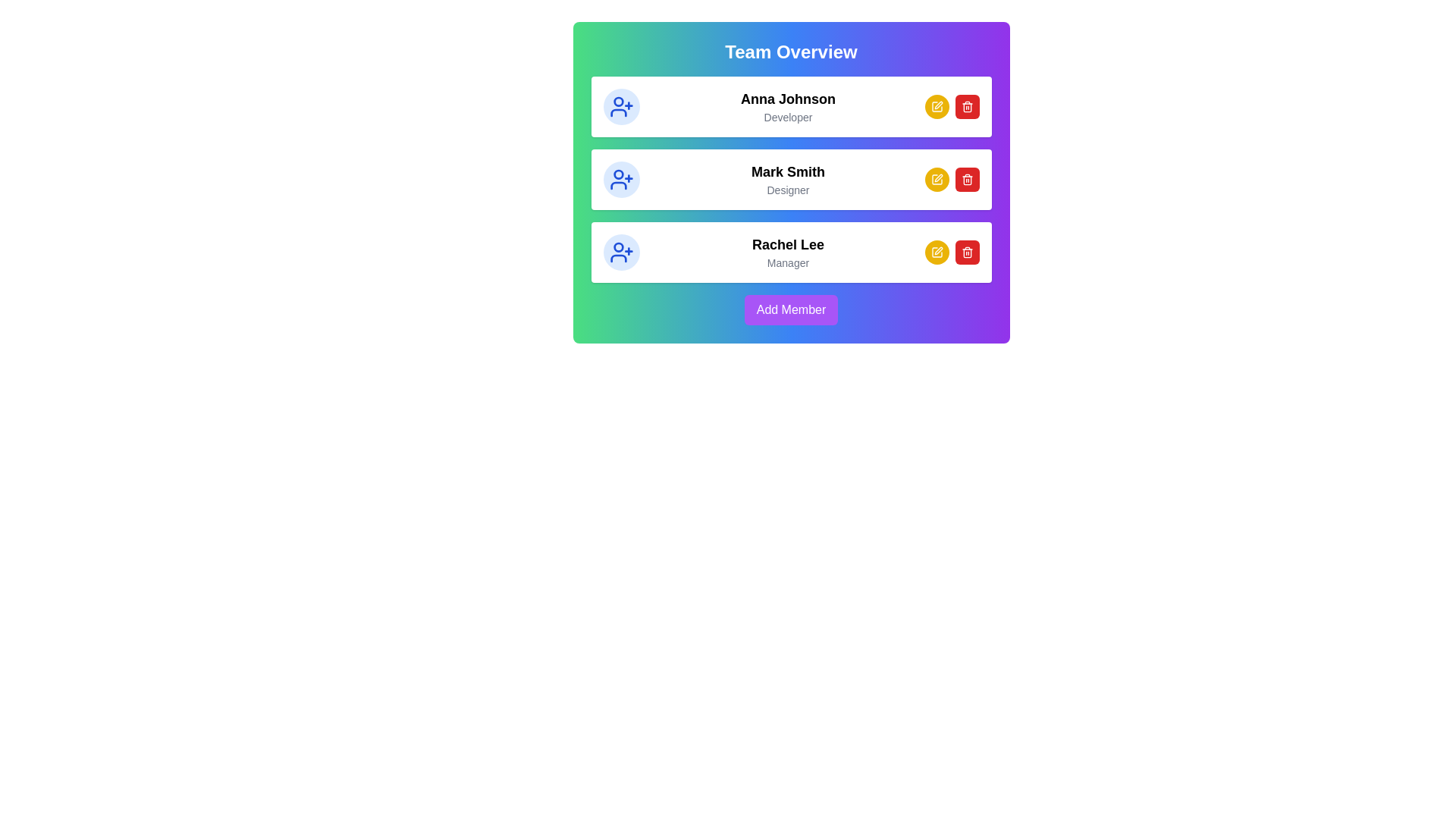  Describe the element at coordinates (790, 309) in the screenshot. I see `the 'Add Member' button located at the bottom center of the 'Team Overview' section, which has a purple background and rounded corners` at that location.